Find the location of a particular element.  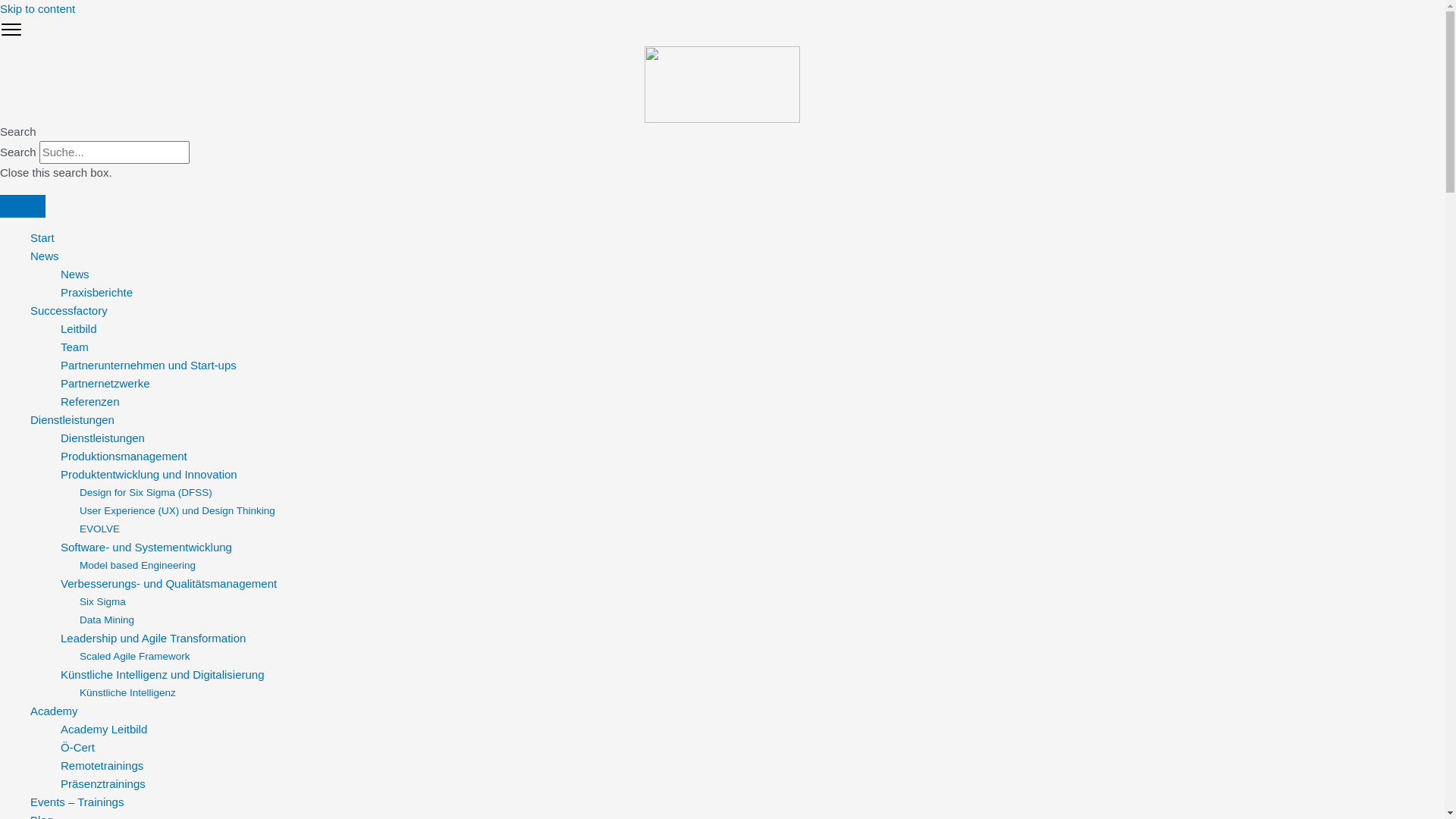

'Partnerunternehmen und Start-ups' is located at coordinates (149, 365).